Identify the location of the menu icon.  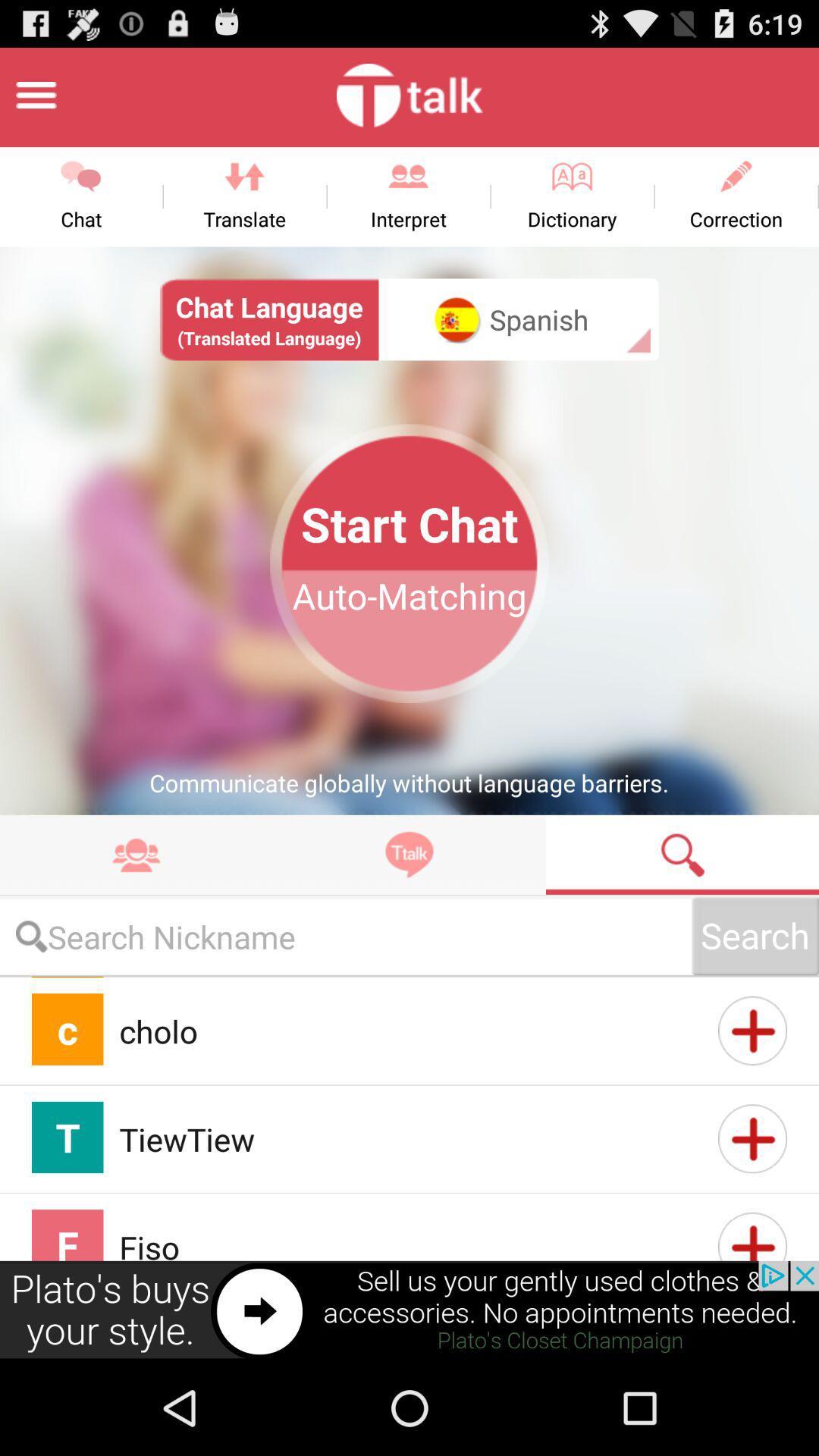
(35, 101).